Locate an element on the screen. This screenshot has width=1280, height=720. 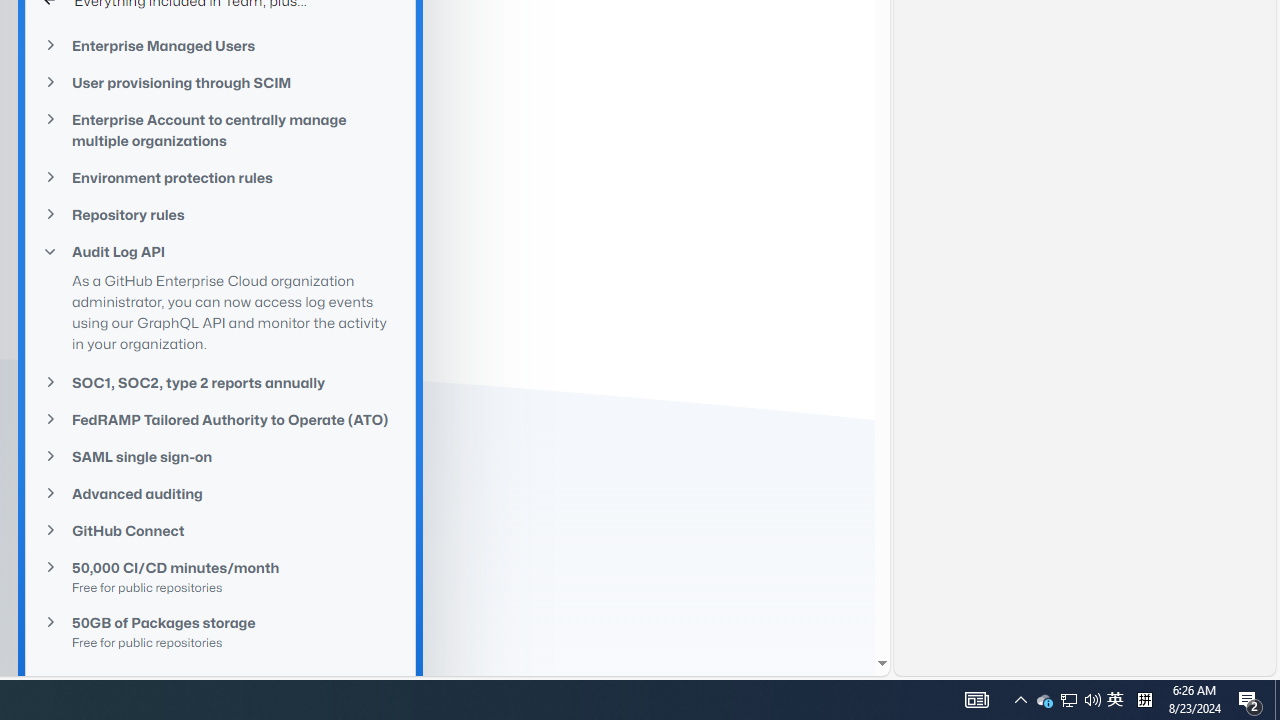
'50GB of Packages storage Free for public repositories' is located at coordinates (220, 632).